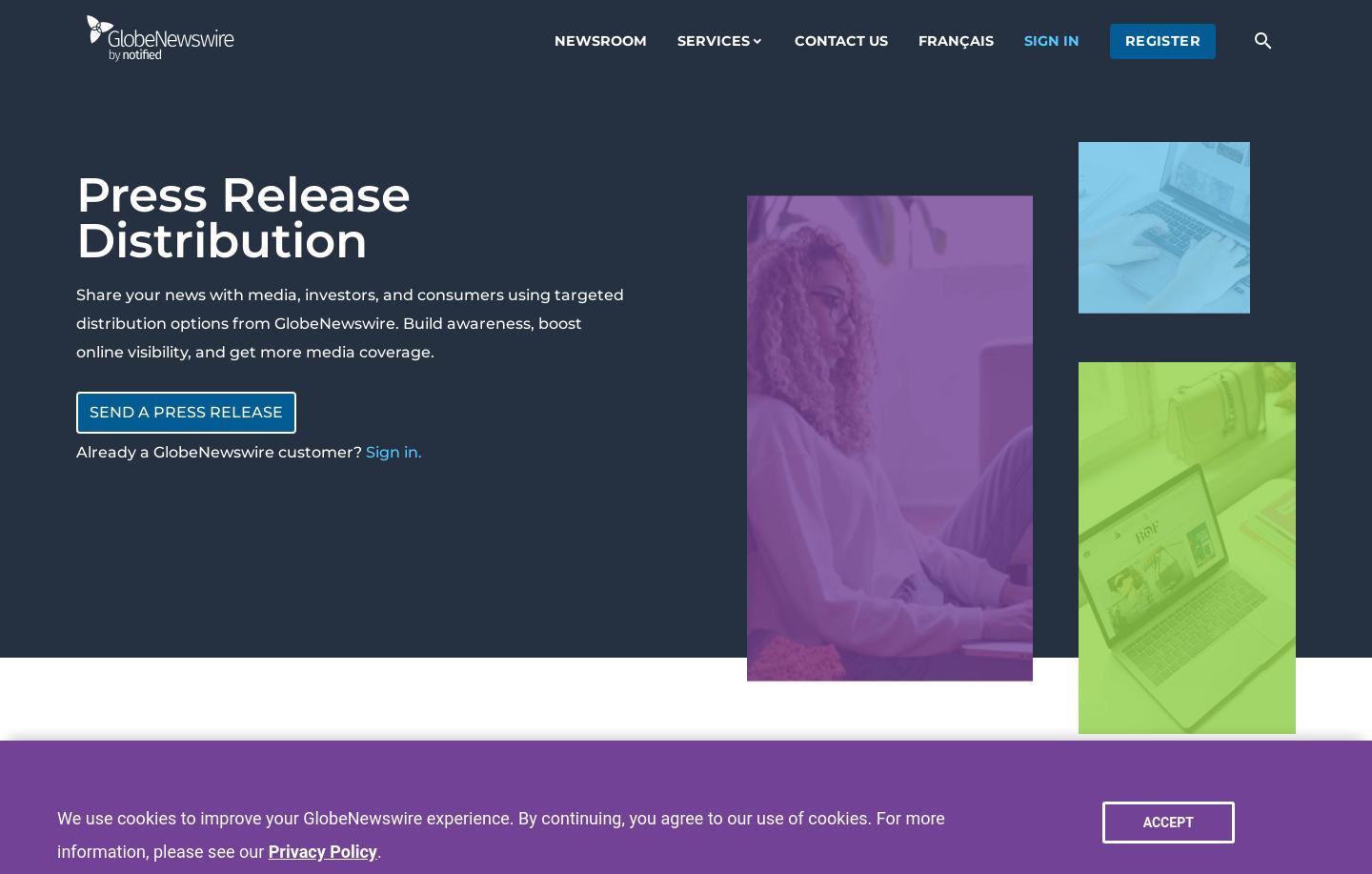 This screenshot has width=1372, height=874. I want to click on 'Sign in.', so click(365, 451).